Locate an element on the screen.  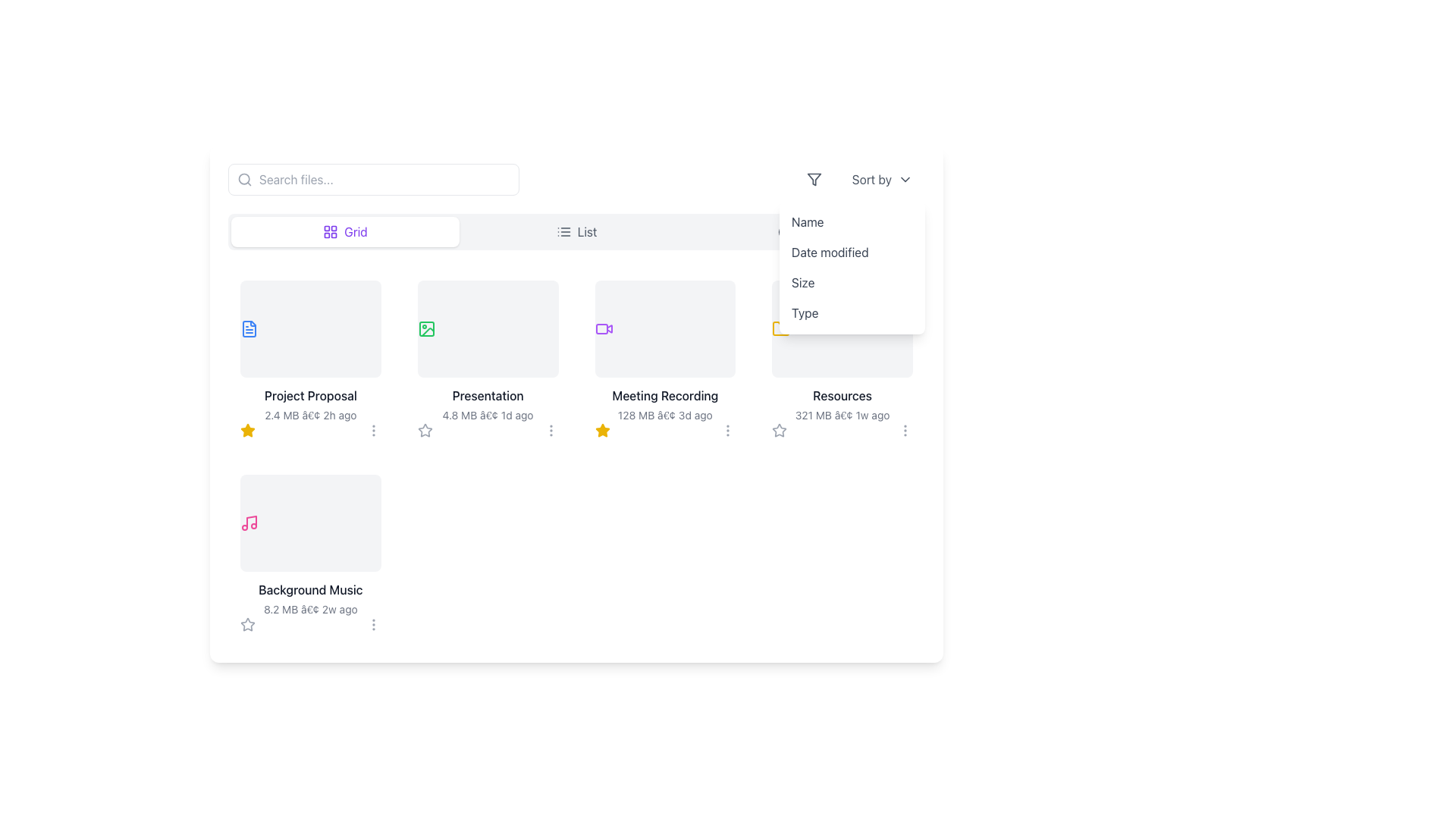
the informational text located below the heading 'Resources' in the fourth column of the grid layout, which provides metadata about the associated resource is located at coordinates (842, 415).